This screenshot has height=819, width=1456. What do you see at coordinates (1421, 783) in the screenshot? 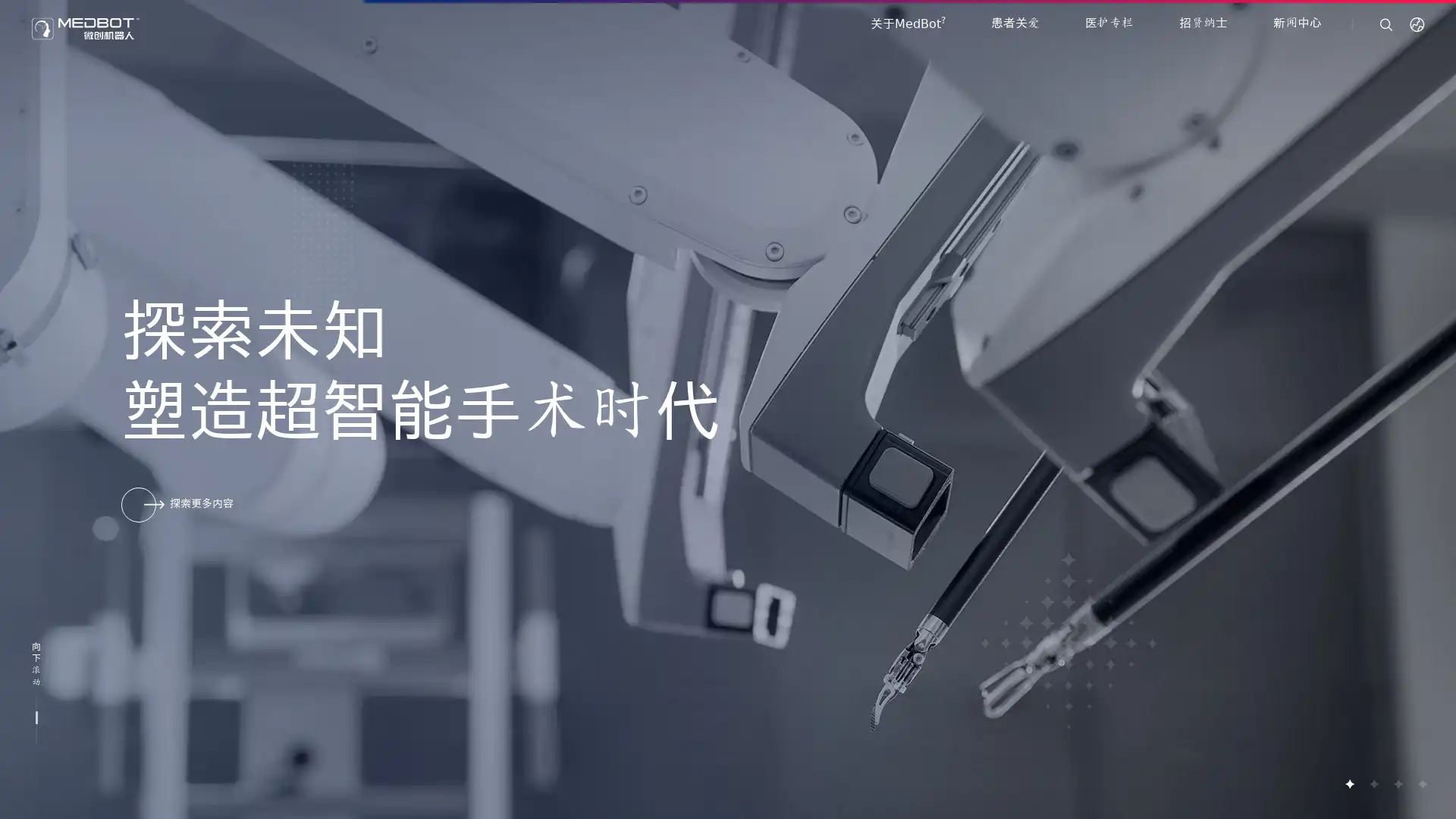
I see `Go to slide 4` at bounding box center [1421, 783].